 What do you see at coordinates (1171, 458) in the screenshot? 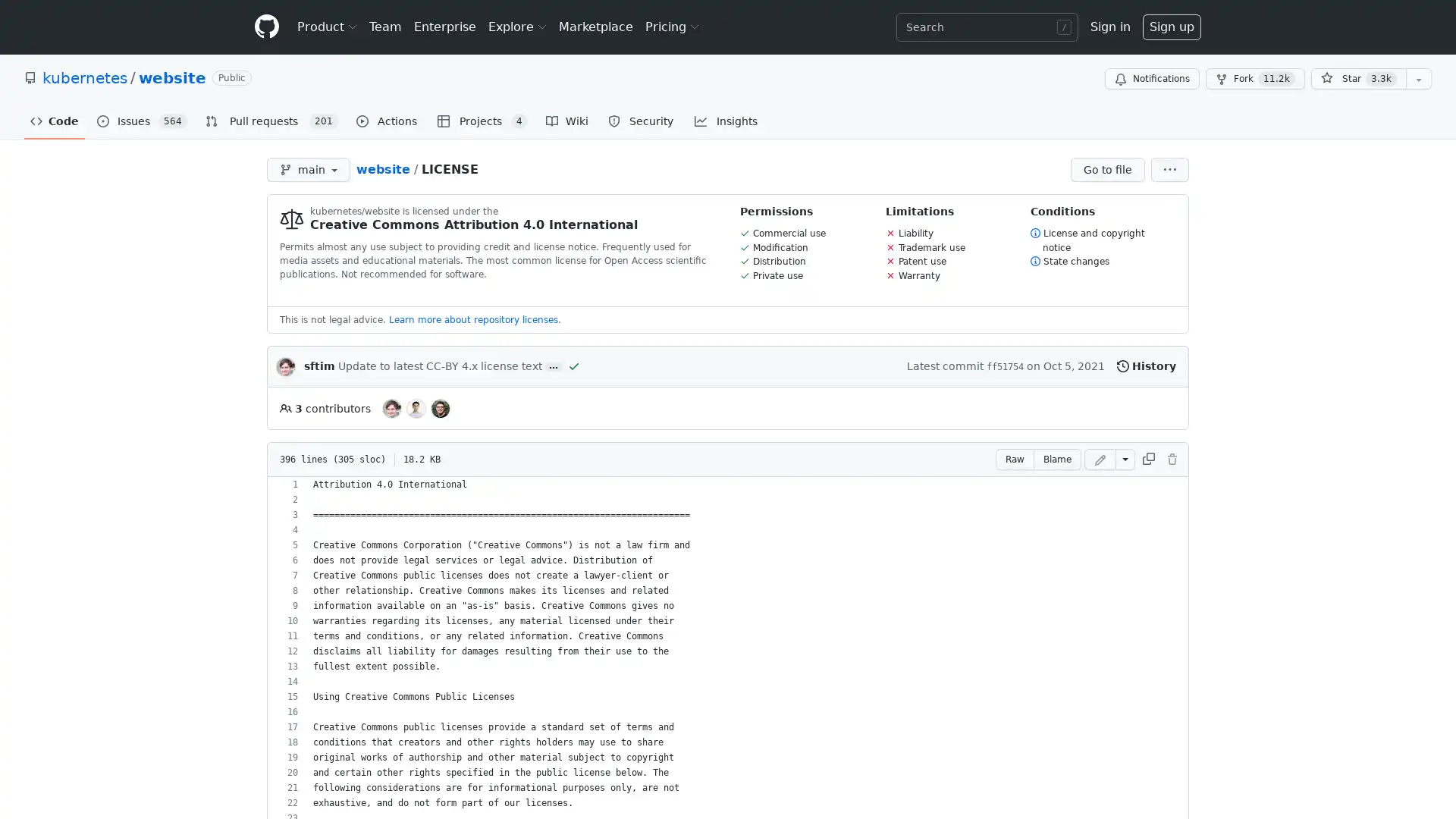
I see `You must be signed in to make or propose changes` at bounding box center [1171, 458].